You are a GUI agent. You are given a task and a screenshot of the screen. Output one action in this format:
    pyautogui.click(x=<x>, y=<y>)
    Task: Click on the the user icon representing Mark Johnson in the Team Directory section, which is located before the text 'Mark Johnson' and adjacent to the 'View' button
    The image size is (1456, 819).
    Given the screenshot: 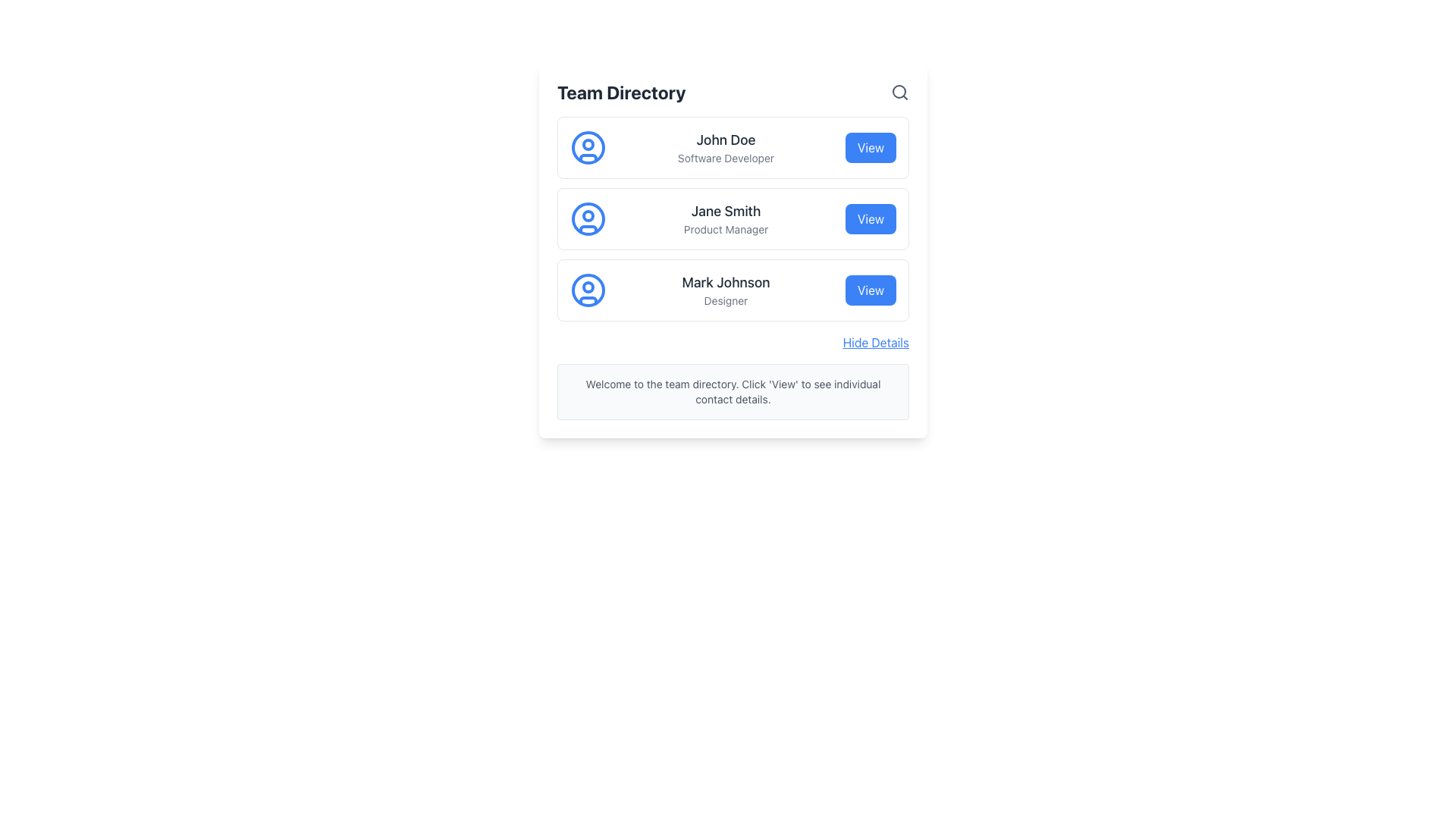 What is the action you would take?
    pyautogui.click(x=588, y=290)
    